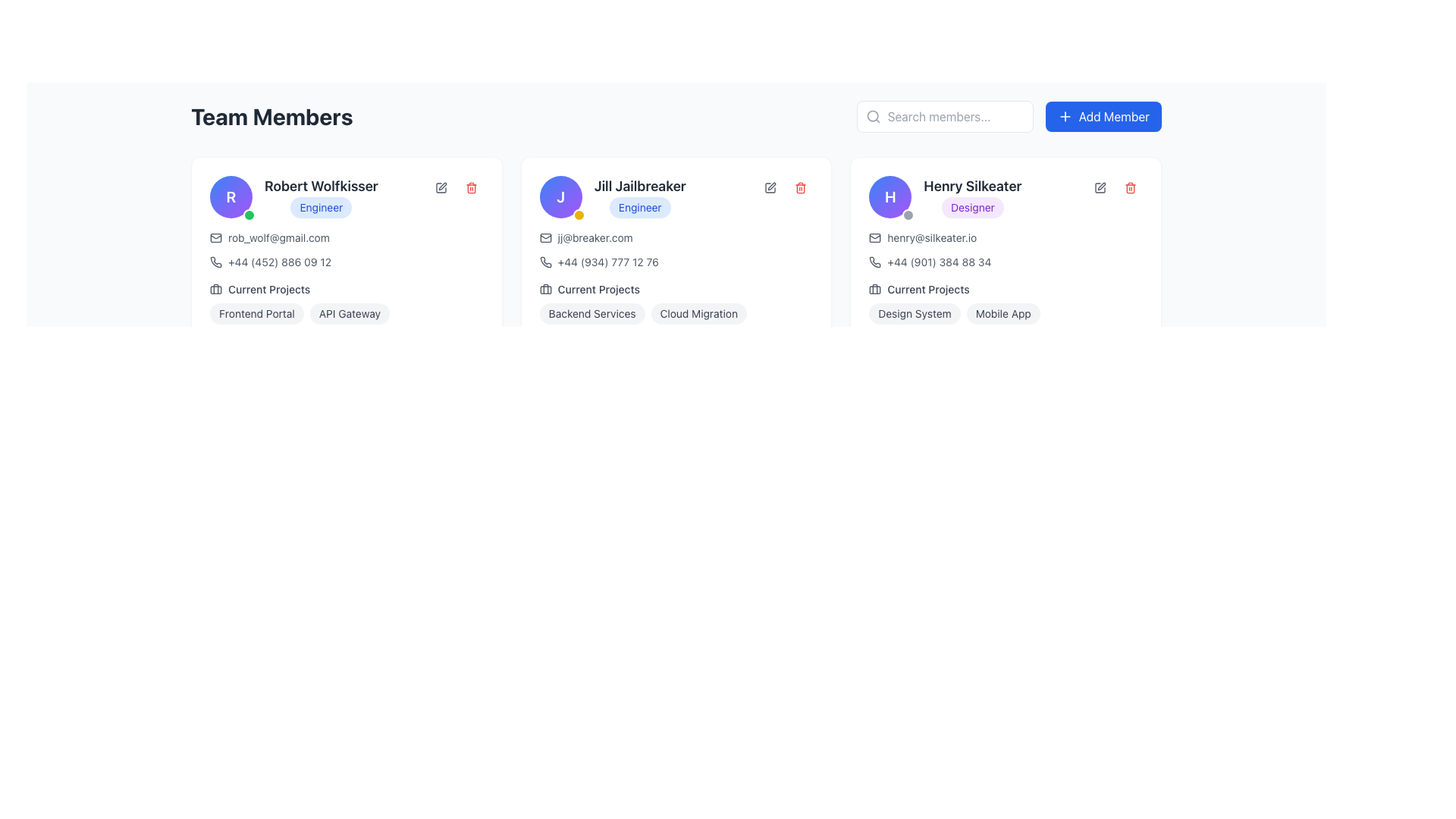 The height and width of the screenshot is (819, 1456). Describe the element at coordinates (545, 289) in the screenshot. I see `the briefcase icon located within the 'Current Projects' section of 'Jill Jailbreaker' card, positioned to the left of the label text` at that location.